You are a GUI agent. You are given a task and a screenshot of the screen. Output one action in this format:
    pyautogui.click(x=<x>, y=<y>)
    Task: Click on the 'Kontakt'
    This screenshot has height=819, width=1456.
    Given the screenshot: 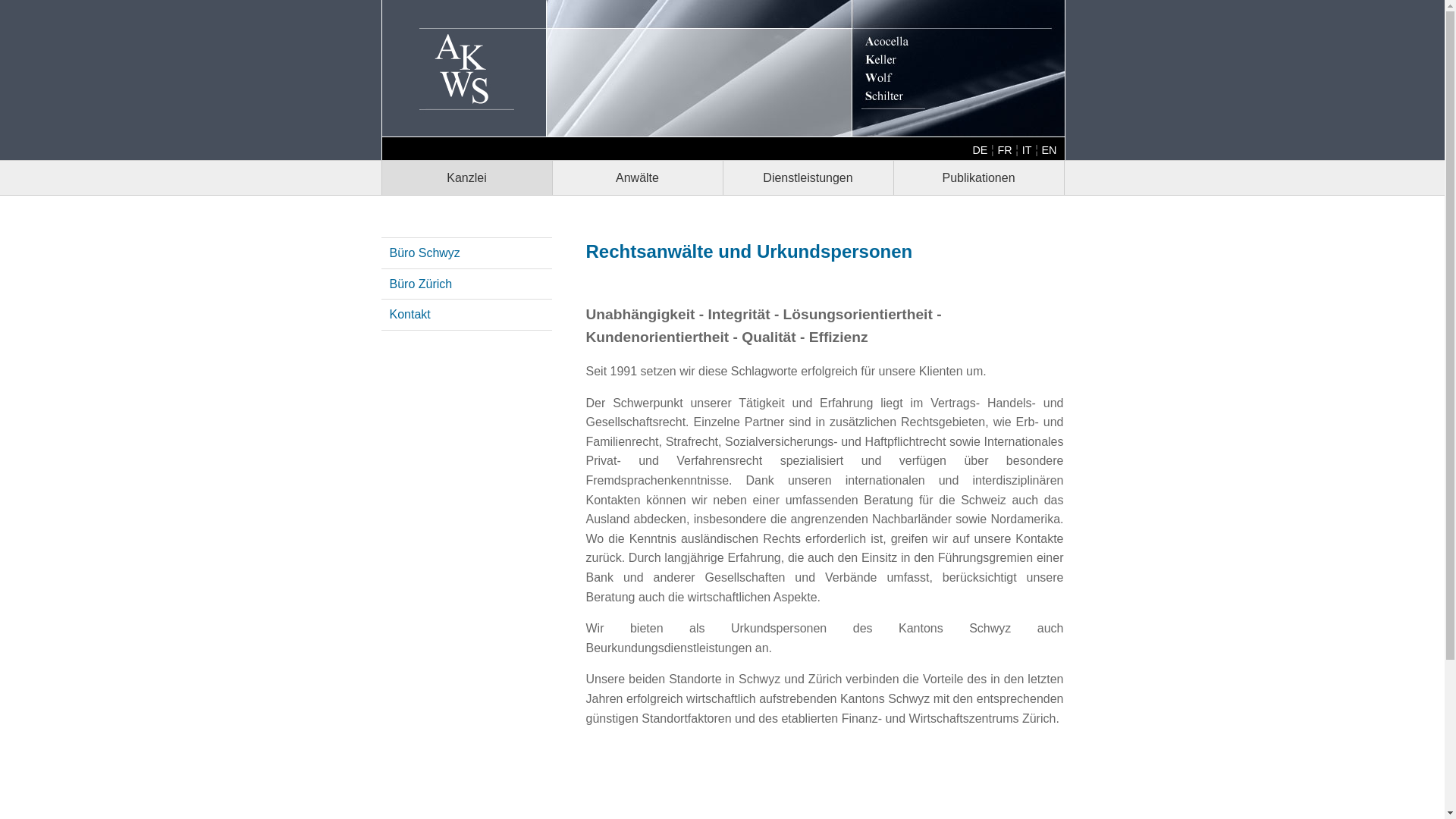 What is the action you would take?
    pyautogui.click(x=410, y=313)
    